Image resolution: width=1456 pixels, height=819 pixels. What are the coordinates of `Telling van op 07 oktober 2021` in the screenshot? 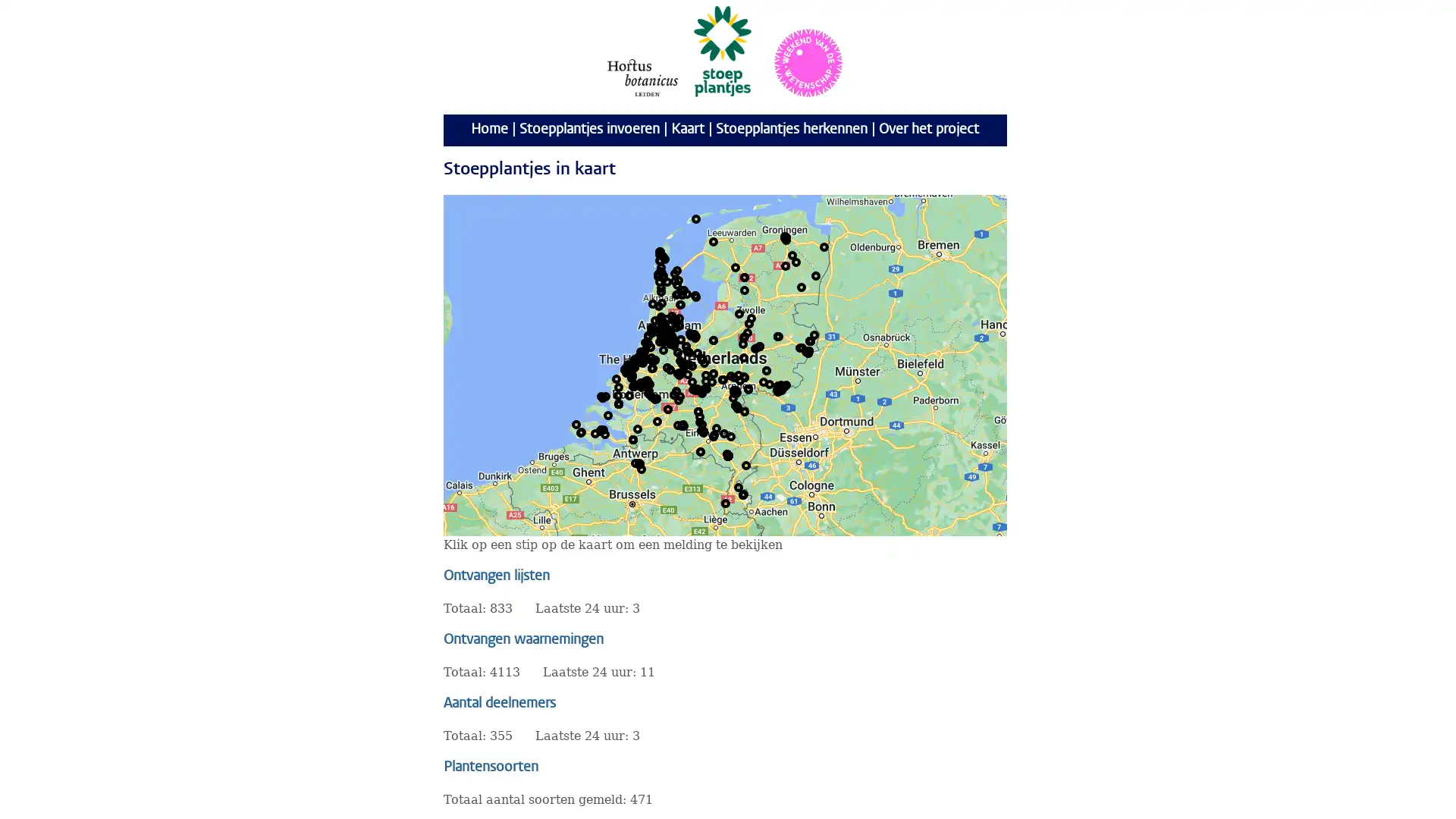 It's located at (663, 335).